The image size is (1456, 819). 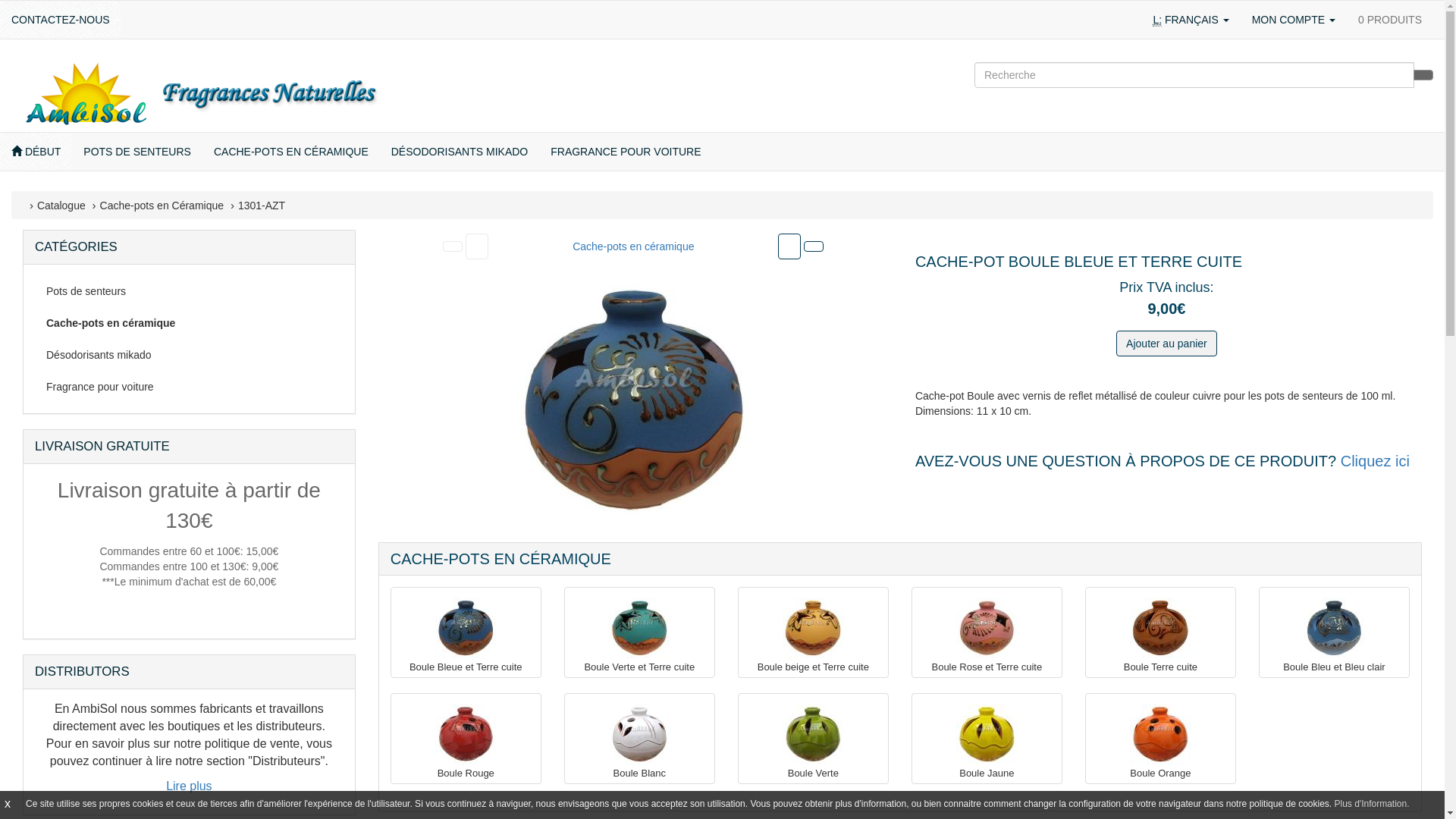 I want to click on 'POTS DE SENTEURS', so click(x=71, y=152).